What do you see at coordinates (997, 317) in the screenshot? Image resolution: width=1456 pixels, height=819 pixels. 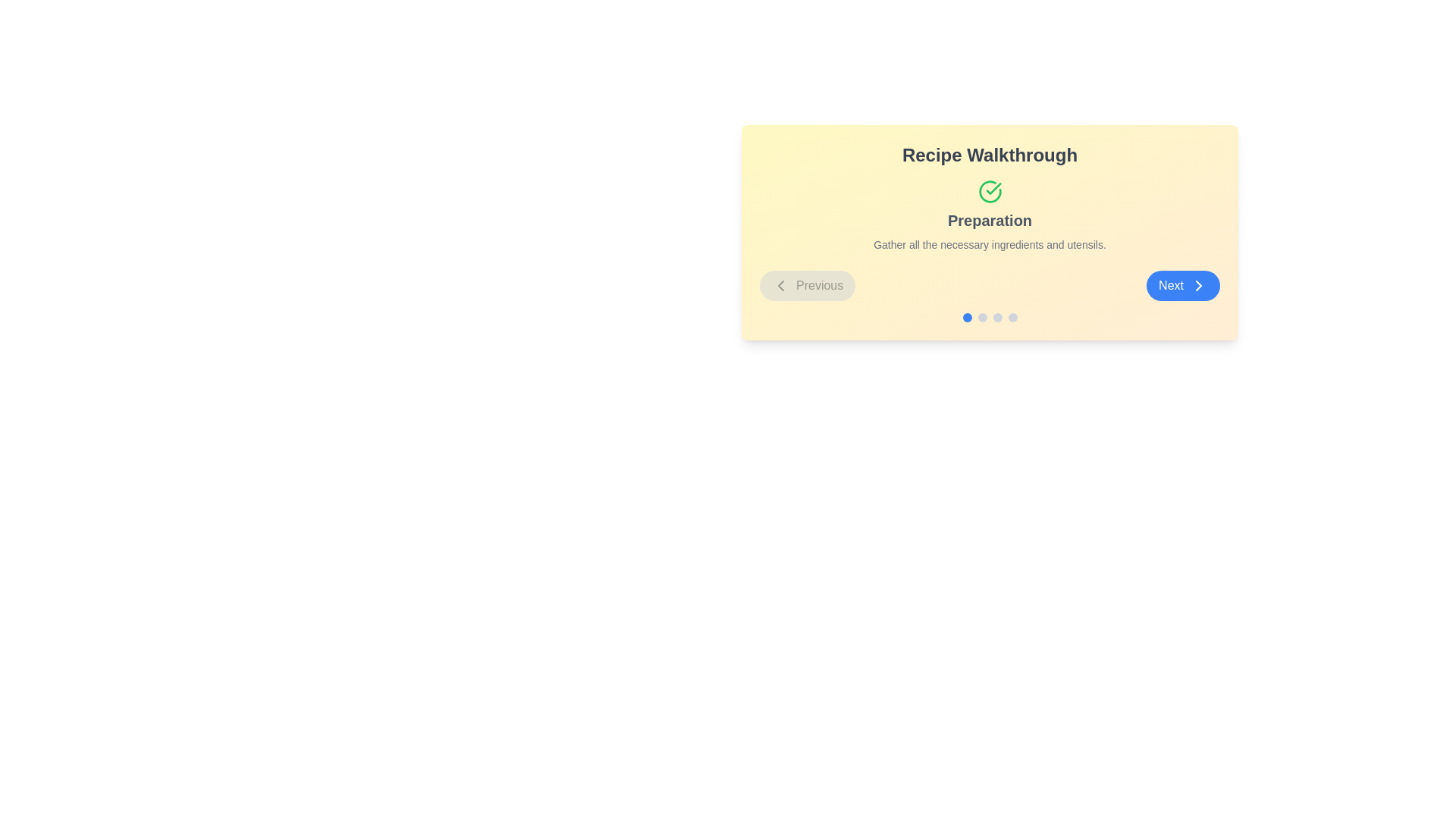 I see `the third gray circular indicator in a horizontal row of indicators, positioned near the bottom-center of the interface` at bounding box center [997, 317].